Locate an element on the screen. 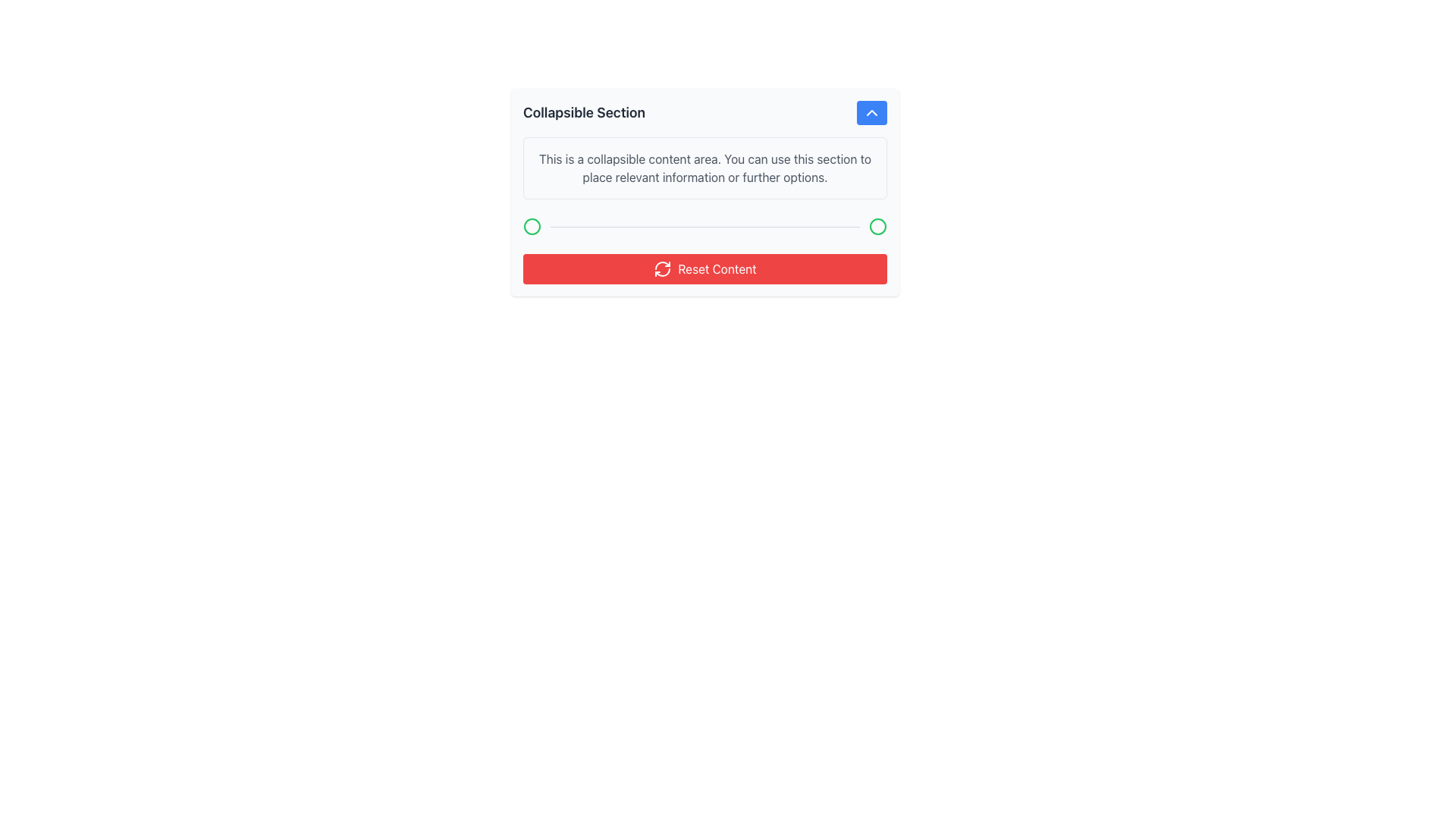  the Chevron Icon Button located to the right of the 'Collapsible Section' header is located at coordinates (872, 112).